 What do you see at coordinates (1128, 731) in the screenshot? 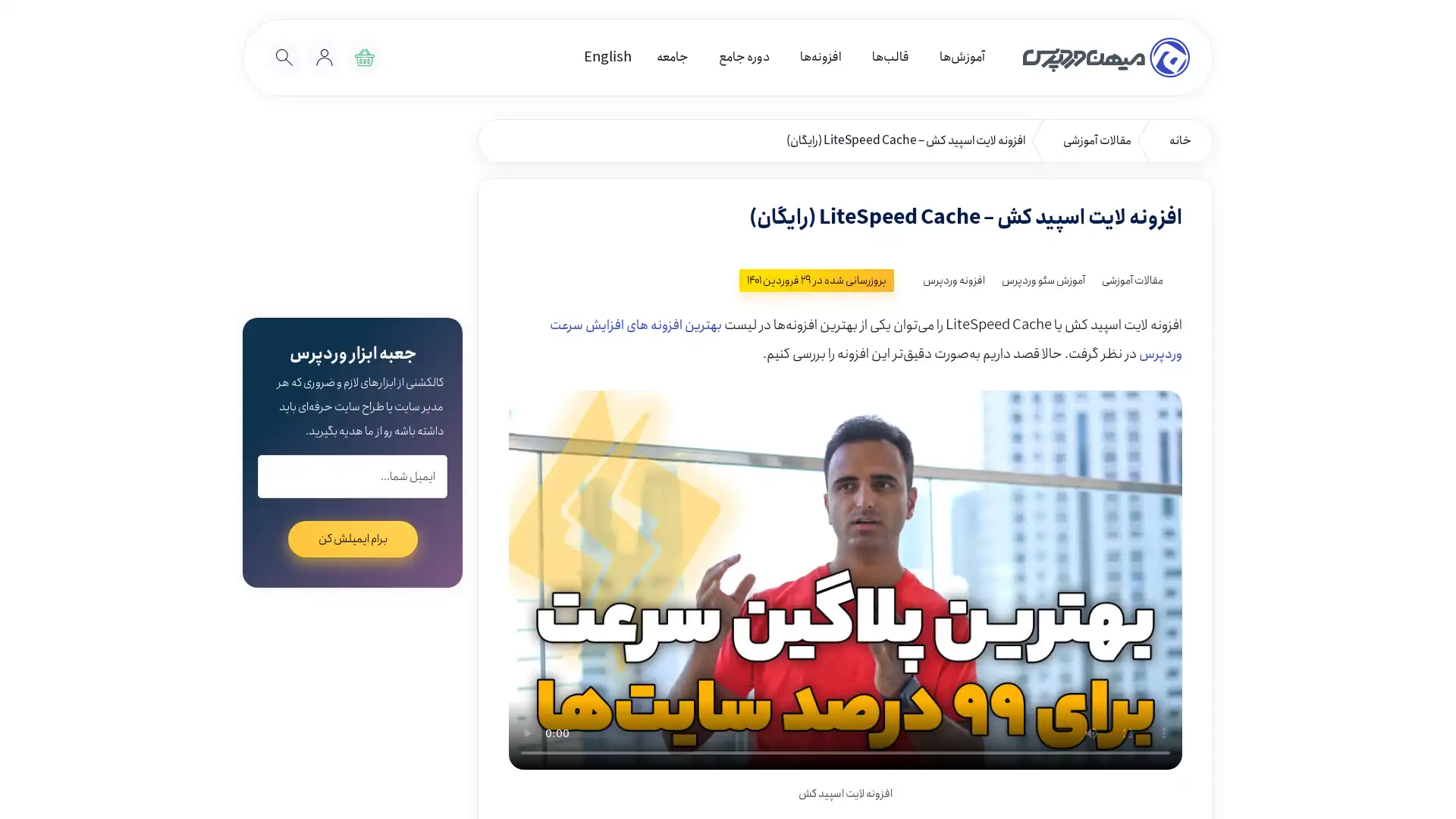
I see `enter full screen` at bounding box center [1128, 731].